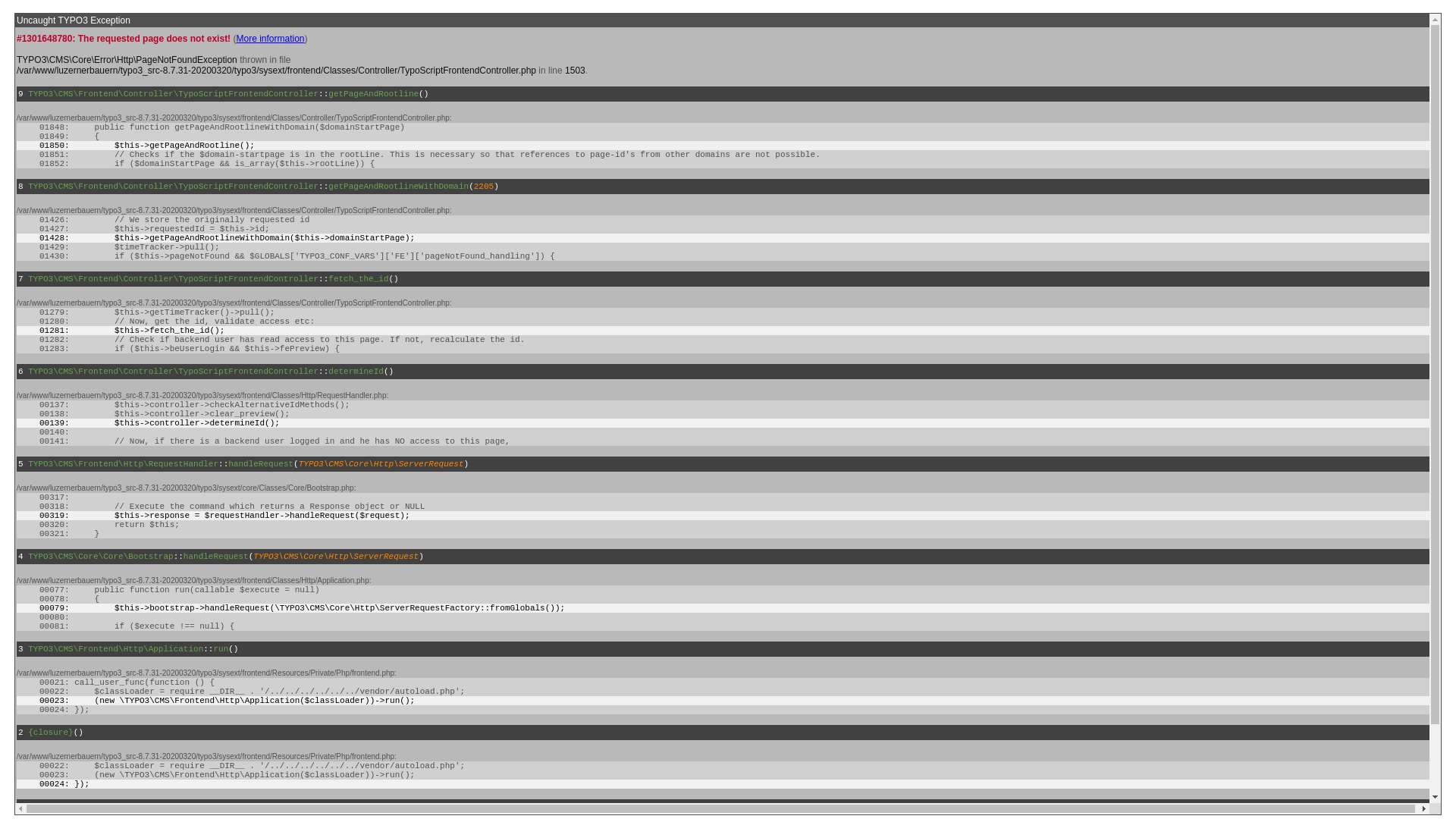  What do you see at coordinates (269, 37) in the screenshot?
I see `'More information'` at bounding box center [269, 37].